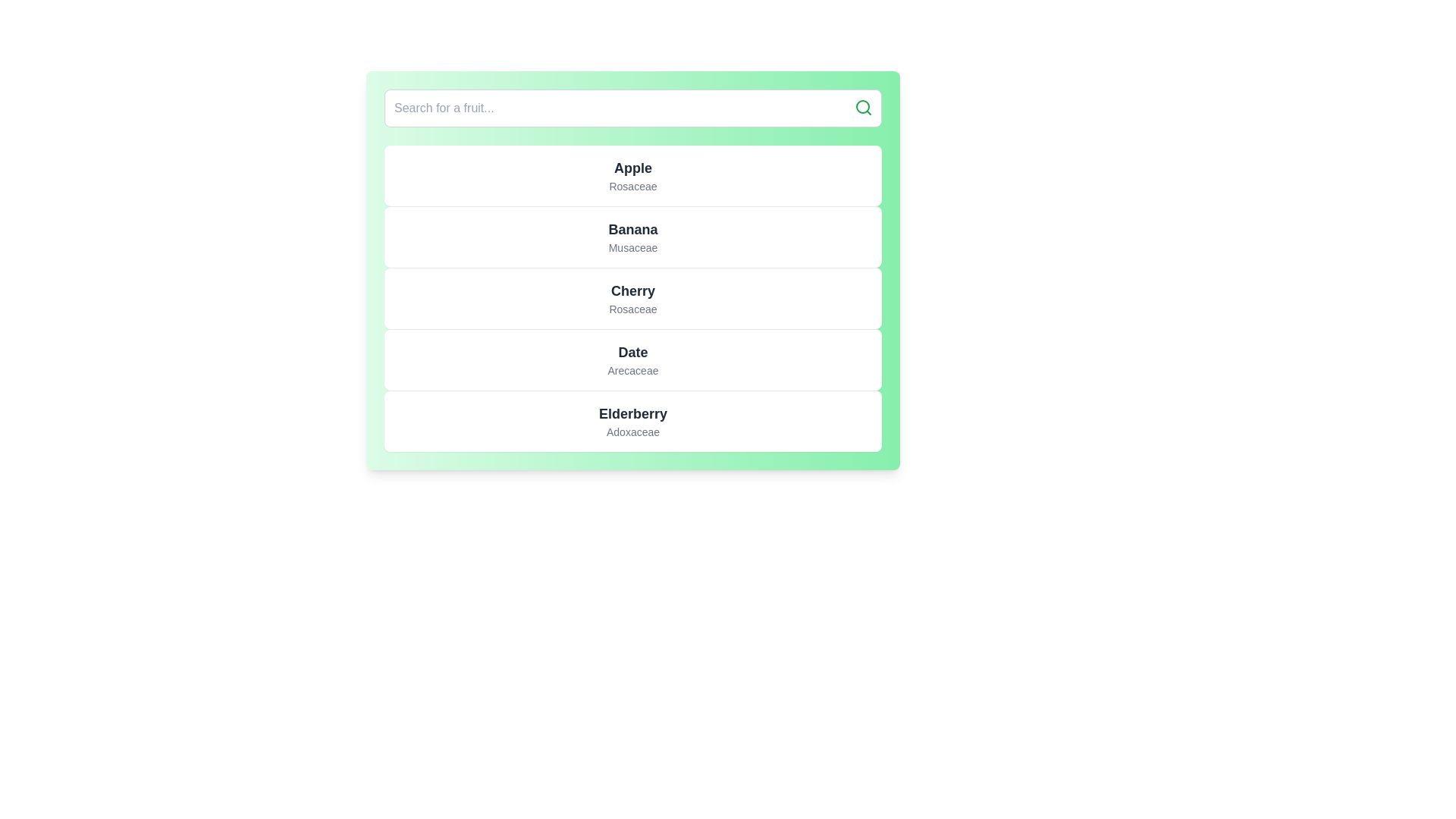 This screenshot has height=819, width=1456. What do you see at coordinates (633, 174) in the screenshot?
I see `the informational card displaying 'Apple' and 'Rosaceae', which is the first item in the list of cards below the search bar` at bounding box center [633, 174].